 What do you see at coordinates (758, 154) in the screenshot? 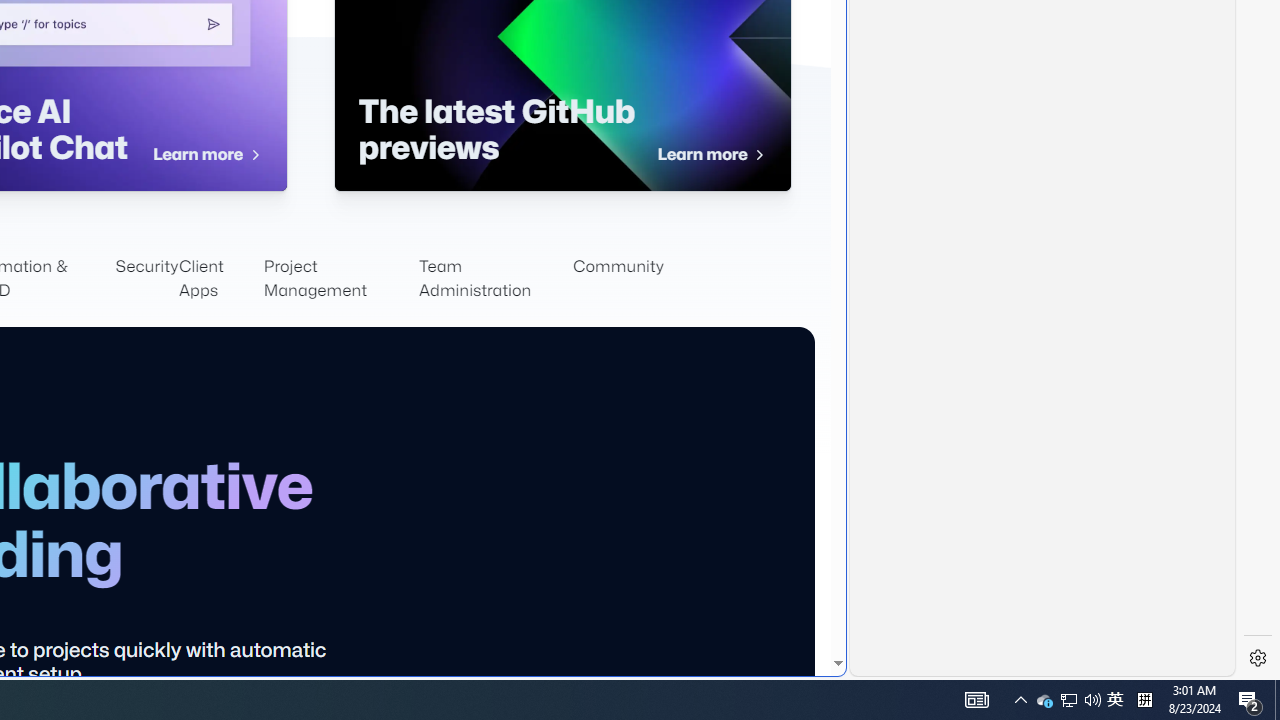
I see `'Class: octicon arrow-symbol-mktg octicon'` at bounding box center [758, 154].